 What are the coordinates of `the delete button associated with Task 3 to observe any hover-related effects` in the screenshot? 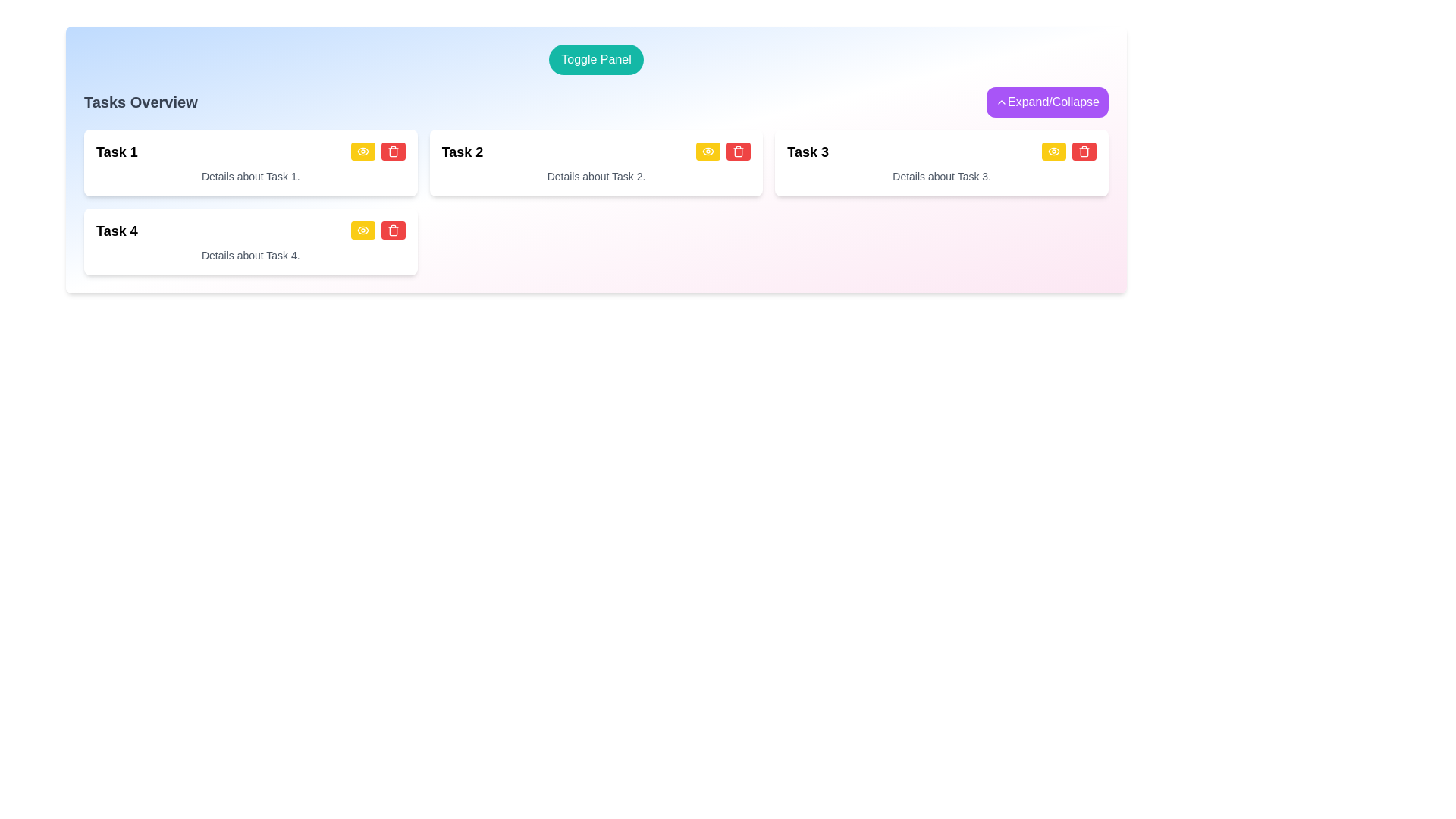 It's located at (1084, 151).